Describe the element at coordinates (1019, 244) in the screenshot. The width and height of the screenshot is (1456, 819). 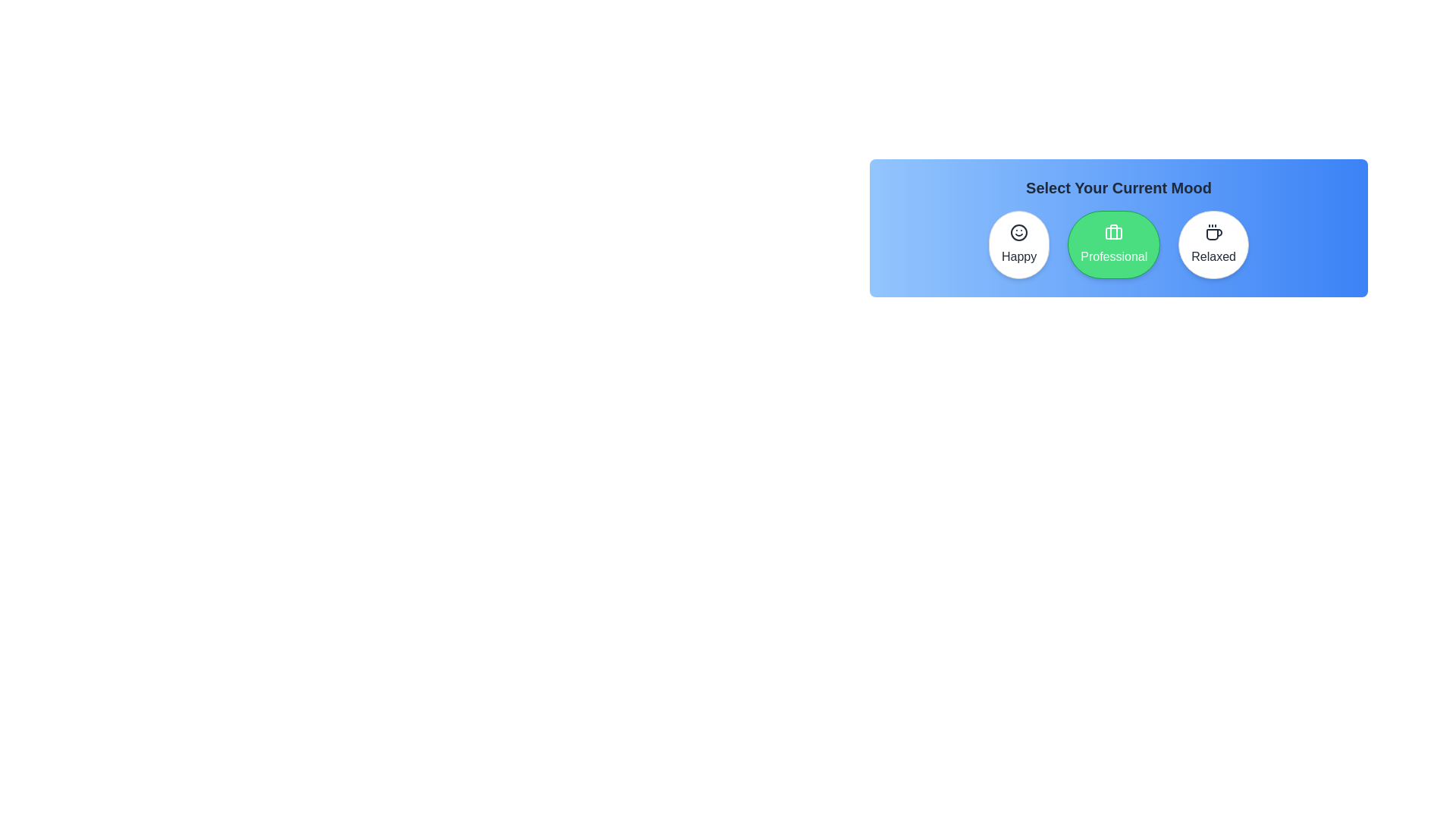
I see `the mood button corresponding to Happy` at that location.